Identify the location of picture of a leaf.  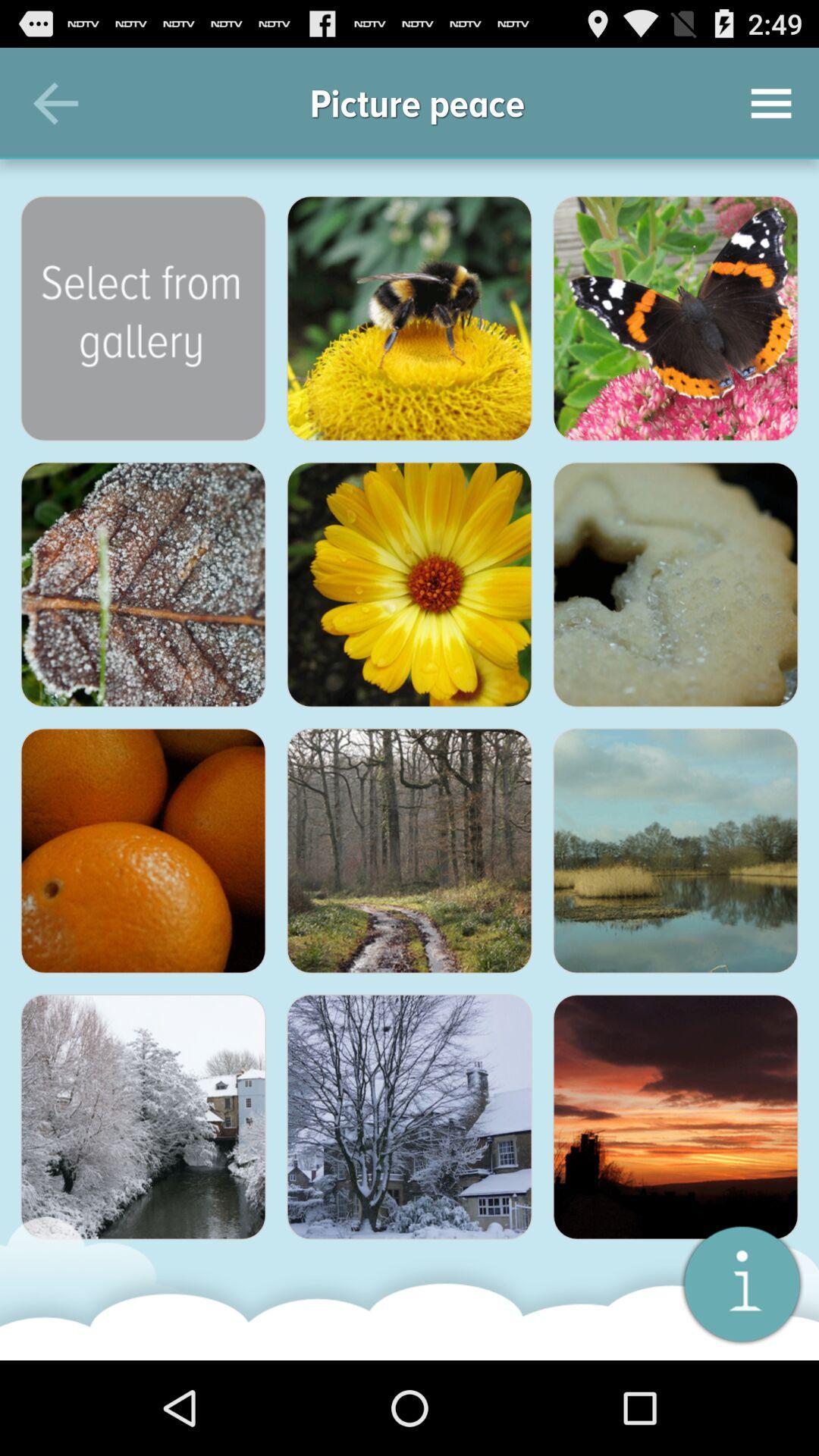
(143, 584).